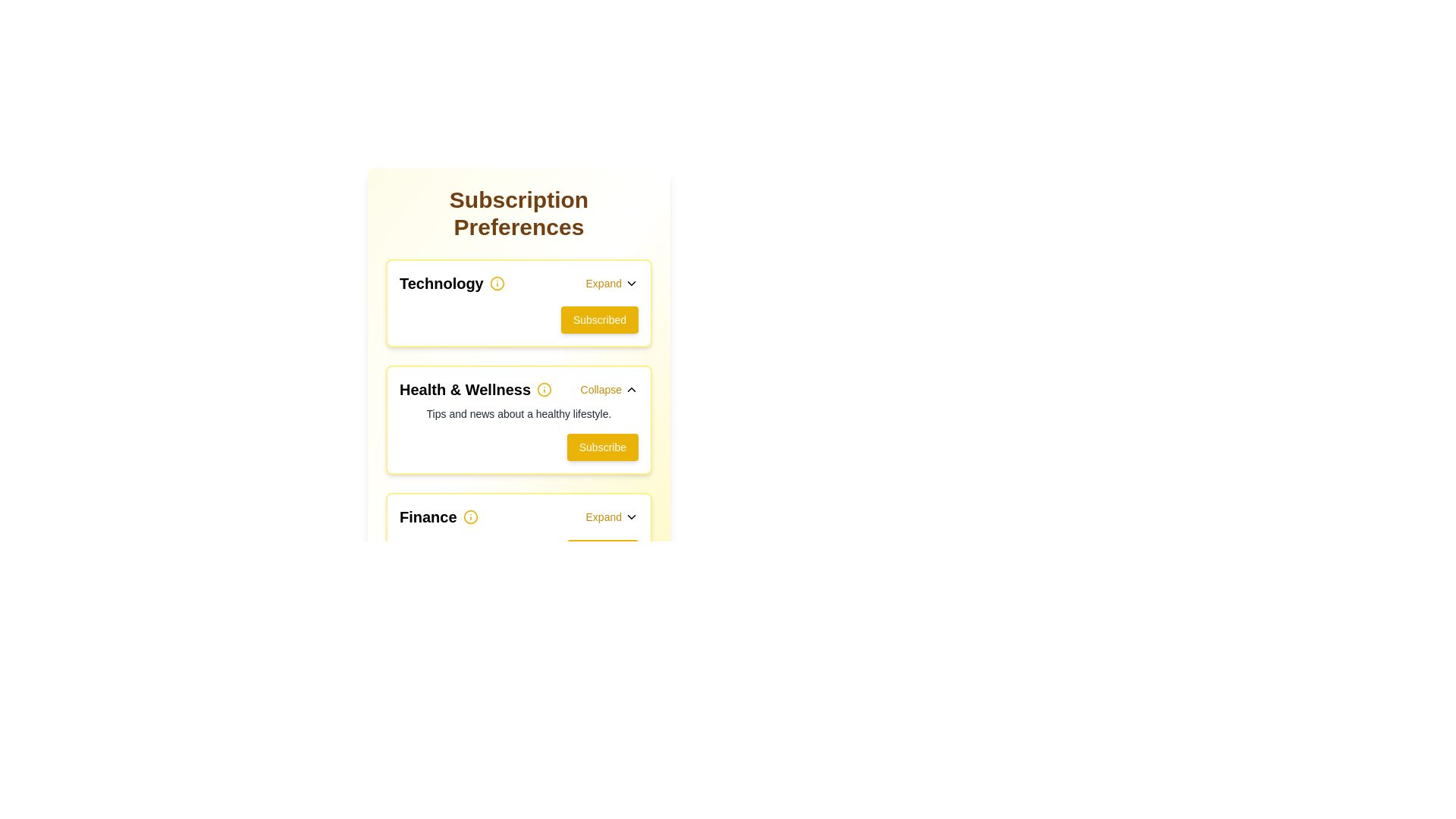  Describe the element at coordinates (611, 284) in the screenshot. I see `the Dropdown trigger button located in the top right corner of the 'Technology' subscription section` at that location.